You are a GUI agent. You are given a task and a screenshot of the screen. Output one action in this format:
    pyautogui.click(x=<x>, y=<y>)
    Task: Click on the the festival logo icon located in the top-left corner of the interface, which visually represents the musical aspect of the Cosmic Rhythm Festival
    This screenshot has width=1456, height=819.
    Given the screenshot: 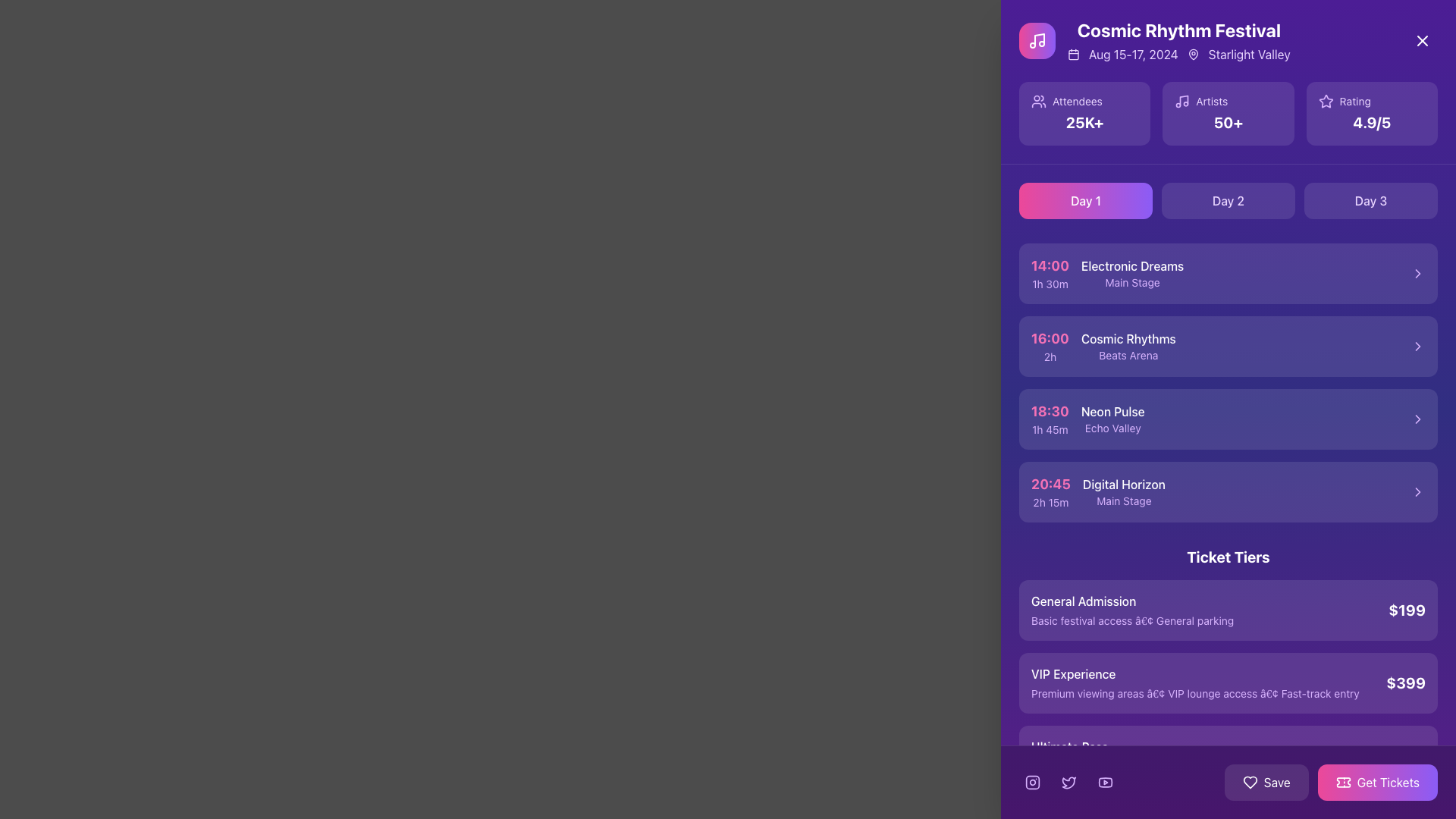 What is the action you would take?
    pyautogui.click(x=1037, y=40)
    